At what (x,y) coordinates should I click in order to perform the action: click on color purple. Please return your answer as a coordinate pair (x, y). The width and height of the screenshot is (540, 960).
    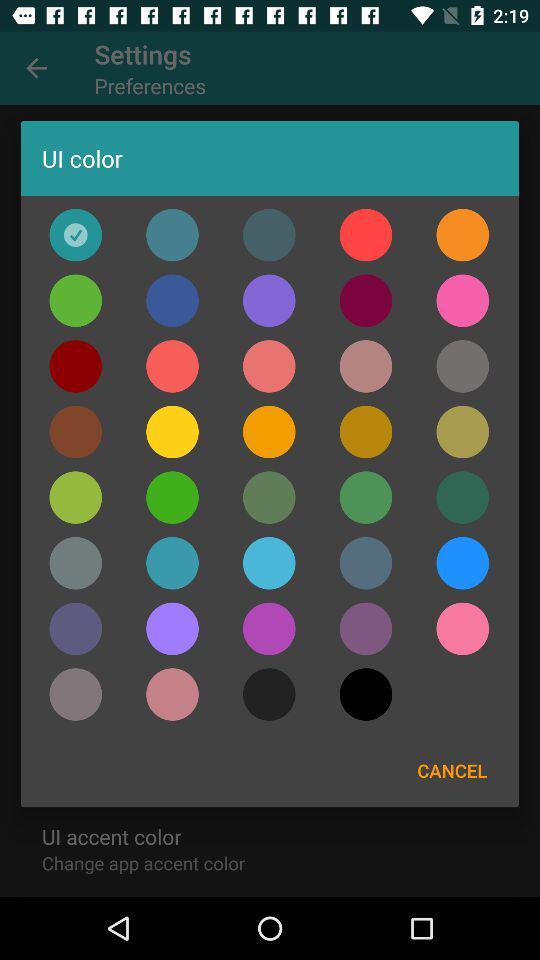
    Looking at the image, I should click on (269, 627).